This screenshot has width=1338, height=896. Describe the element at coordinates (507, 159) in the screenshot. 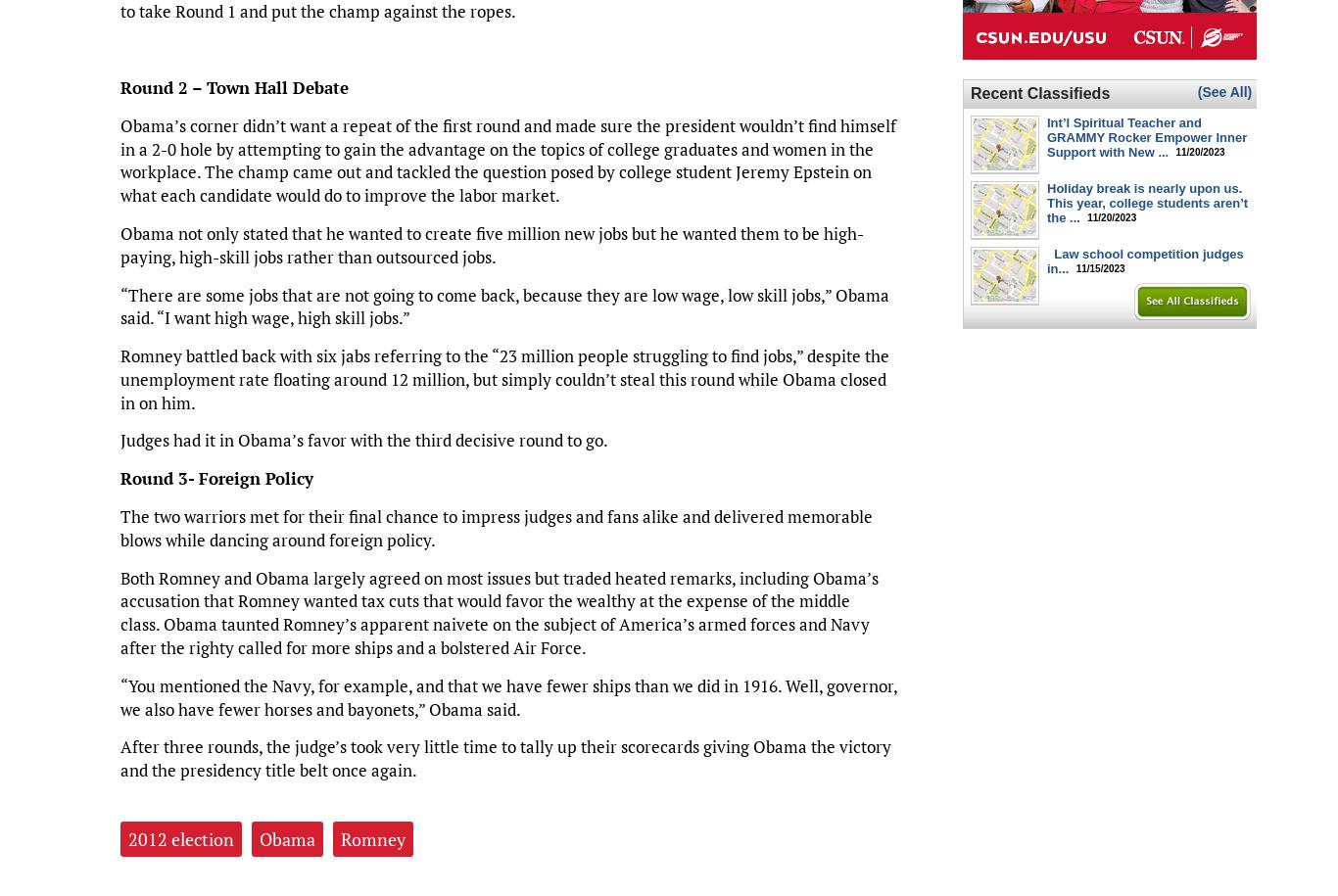

I see `'Obama’s corner didn’t want a repeat of the first round and made sure the president wouldn’t find himself in a 2-0 hole by attempting to gain the advantage on the topics of college graduates and women in the workplace. The champ came out and tackled the question posed by college student Jeremy Epstein on what each candidate would do to improve the labor market.'` at that location.